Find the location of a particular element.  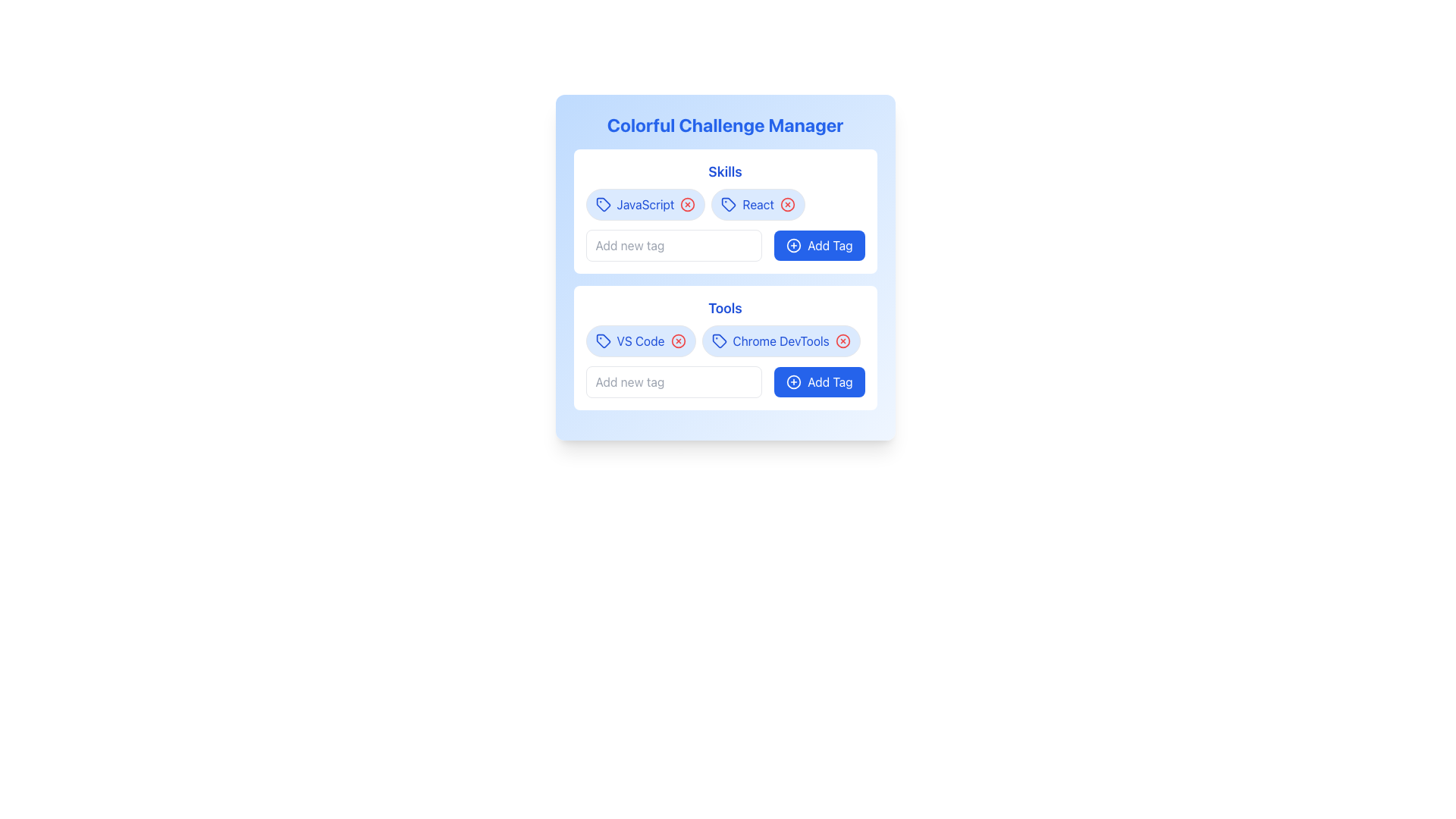

the tag-like icon with a blue border located beside the 'Chrome DevTools' text in the 'Tools' section is located at coordinates (718, 341).